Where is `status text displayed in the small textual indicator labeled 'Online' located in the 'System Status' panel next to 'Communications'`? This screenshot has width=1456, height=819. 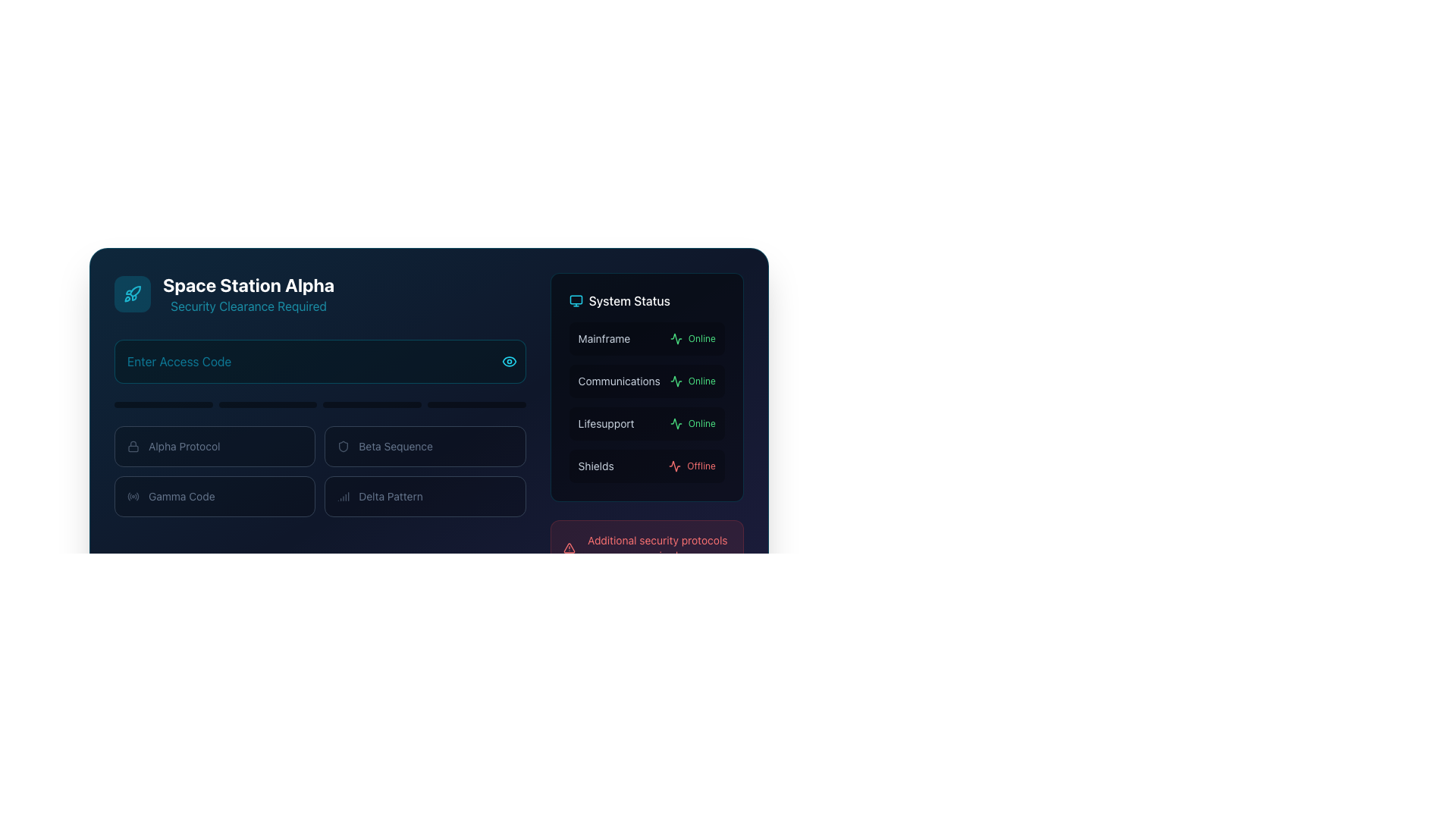
status text displayed in the small textual indicator labeled 'Online' located in the 'System Status' panel next to 'Communications' is located at coordinates (701, 380).